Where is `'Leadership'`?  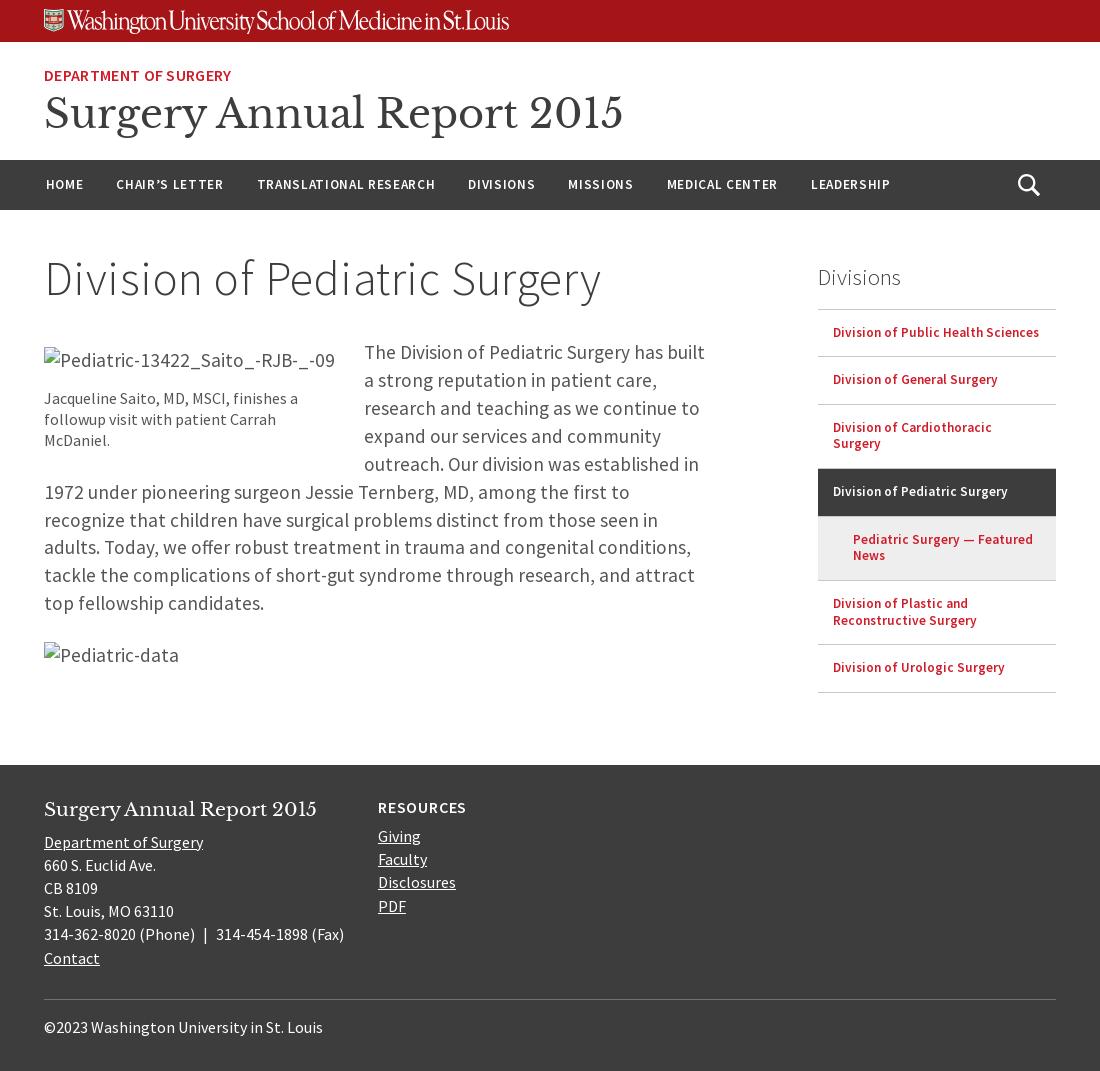 'Leadership' is located at coordinates (849, 183).